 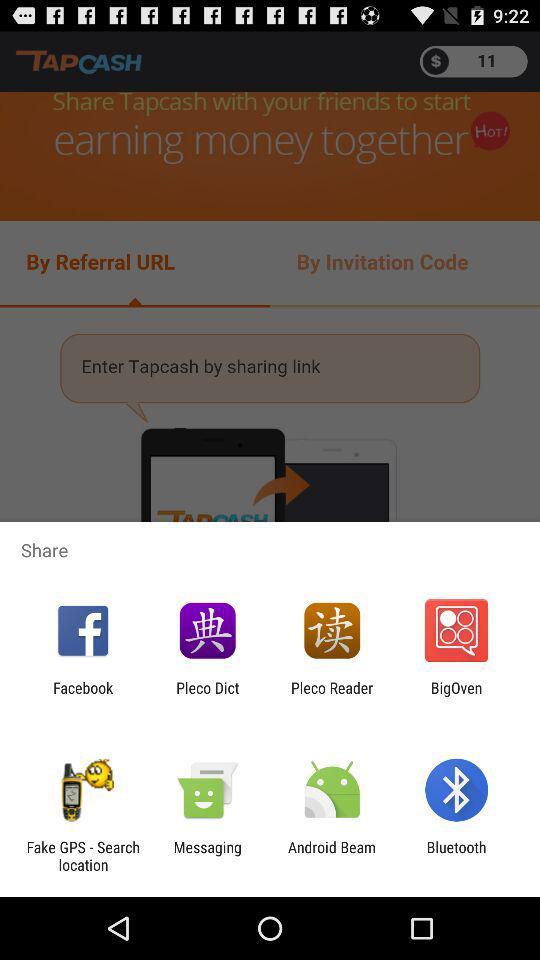 What do you see at coordinates (82, 855) in the screenshot?
I see `the icon to the left of the messaging icon` at bounding box center [82, 855].